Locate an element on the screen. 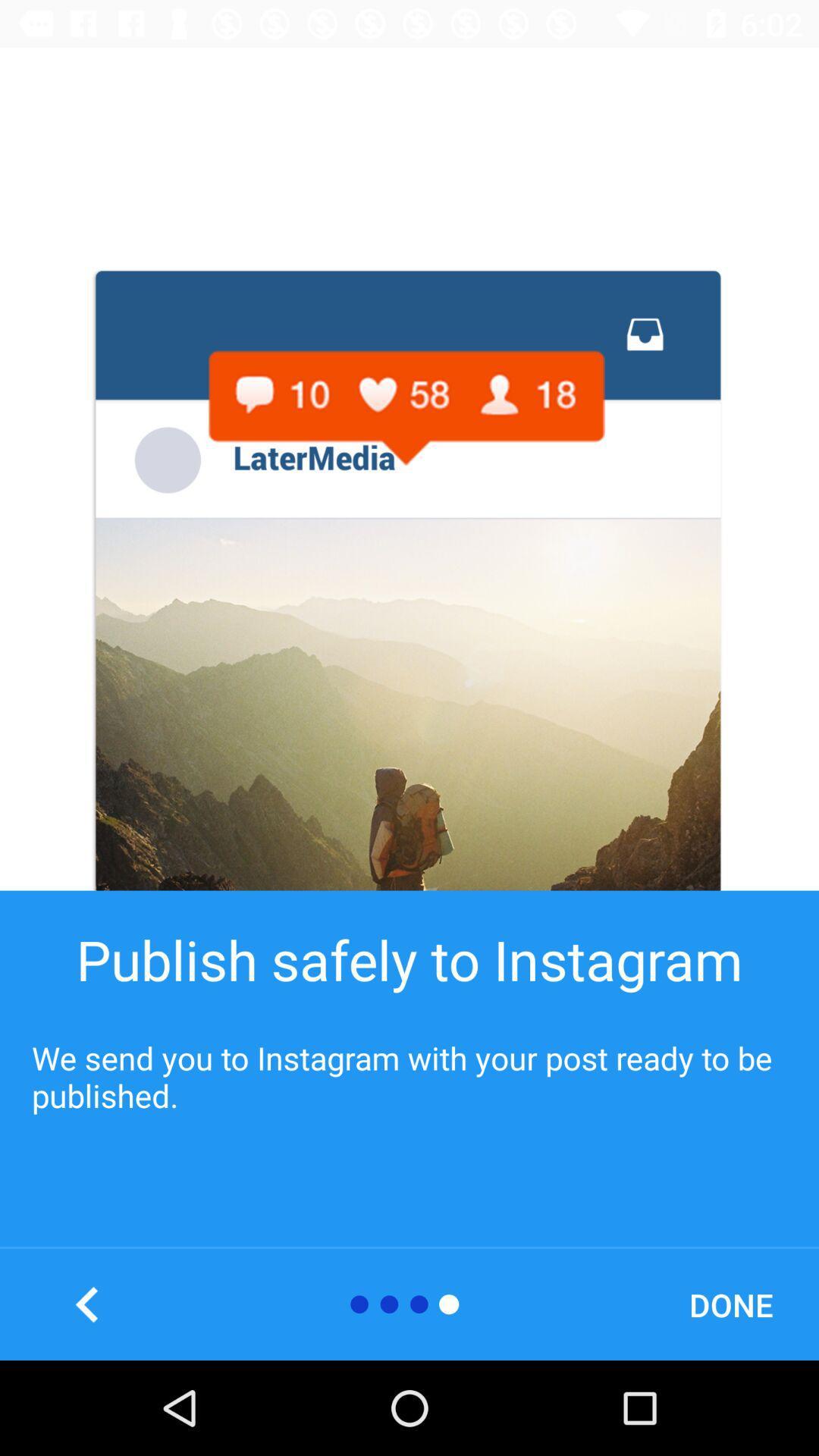 This screenshot has height=1456, width=819. the item at the bottom left corner is located at coordinates (87, 1304).